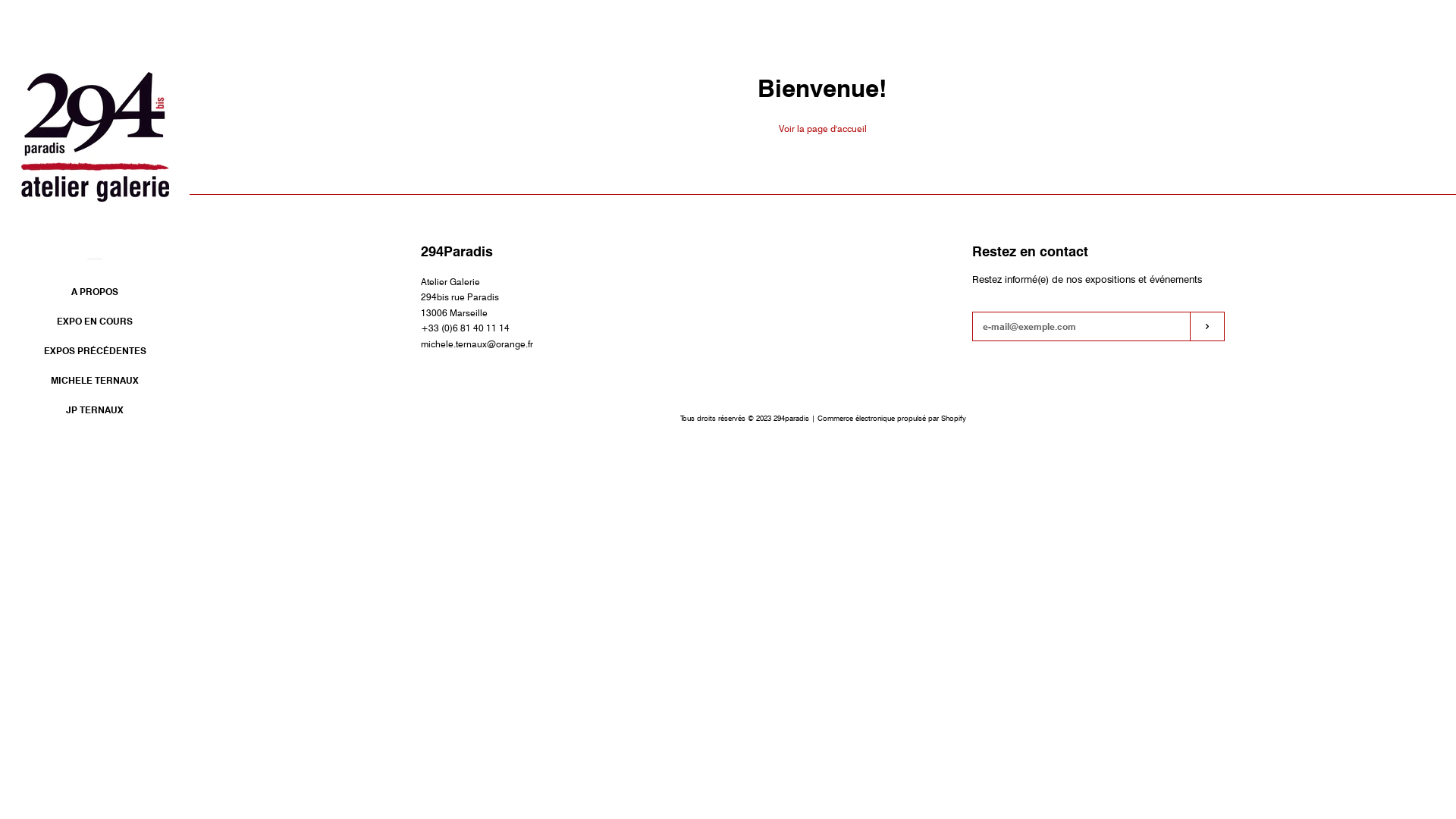  What do you see at coordinates (790, 418) in the screenshot?
I see `'294paradis'` at bounding box center [790, 418].